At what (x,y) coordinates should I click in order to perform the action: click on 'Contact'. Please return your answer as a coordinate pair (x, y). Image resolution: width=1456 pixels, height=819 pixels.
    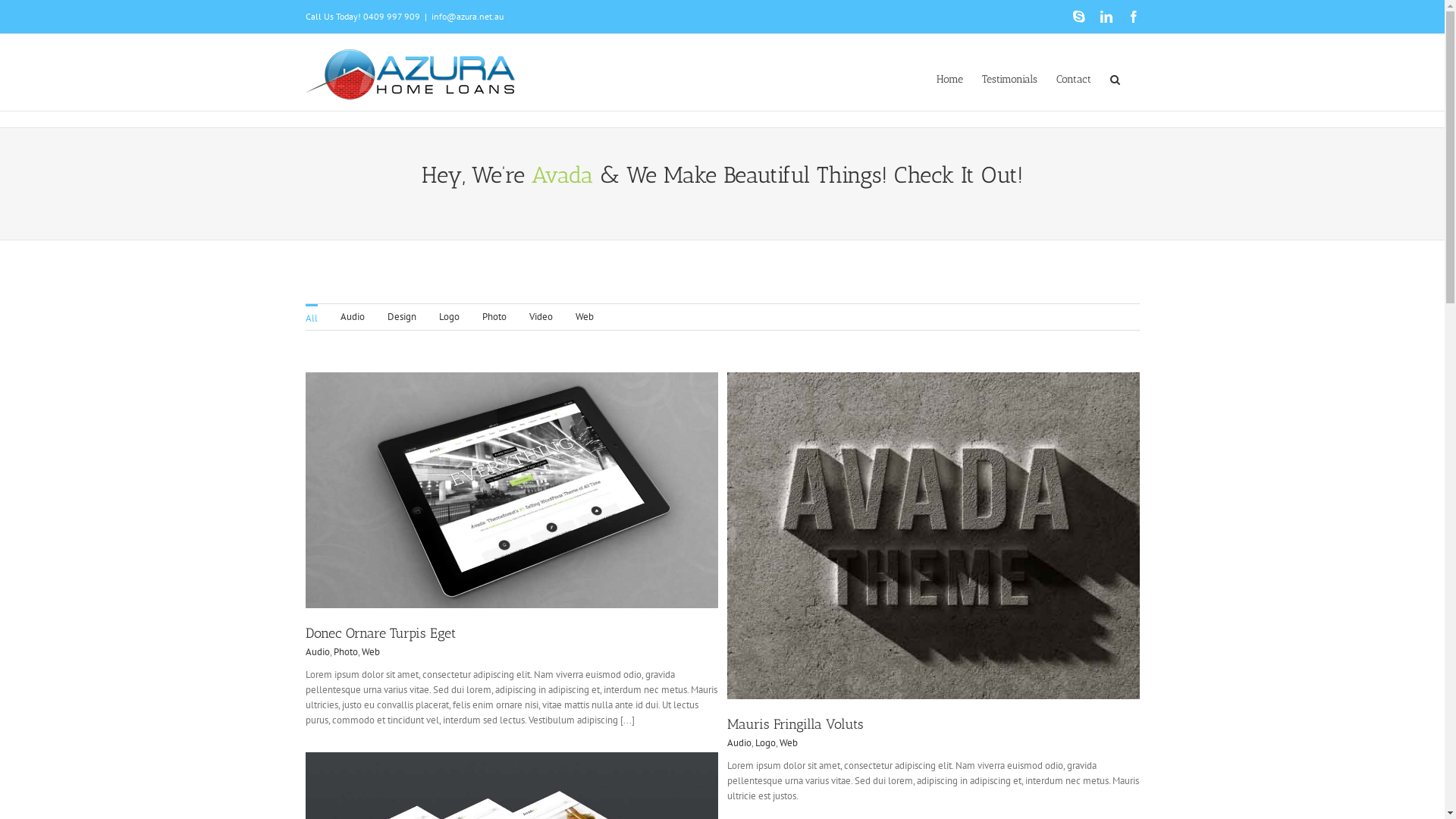
    Looking at the image, I should click on (1055, 78).